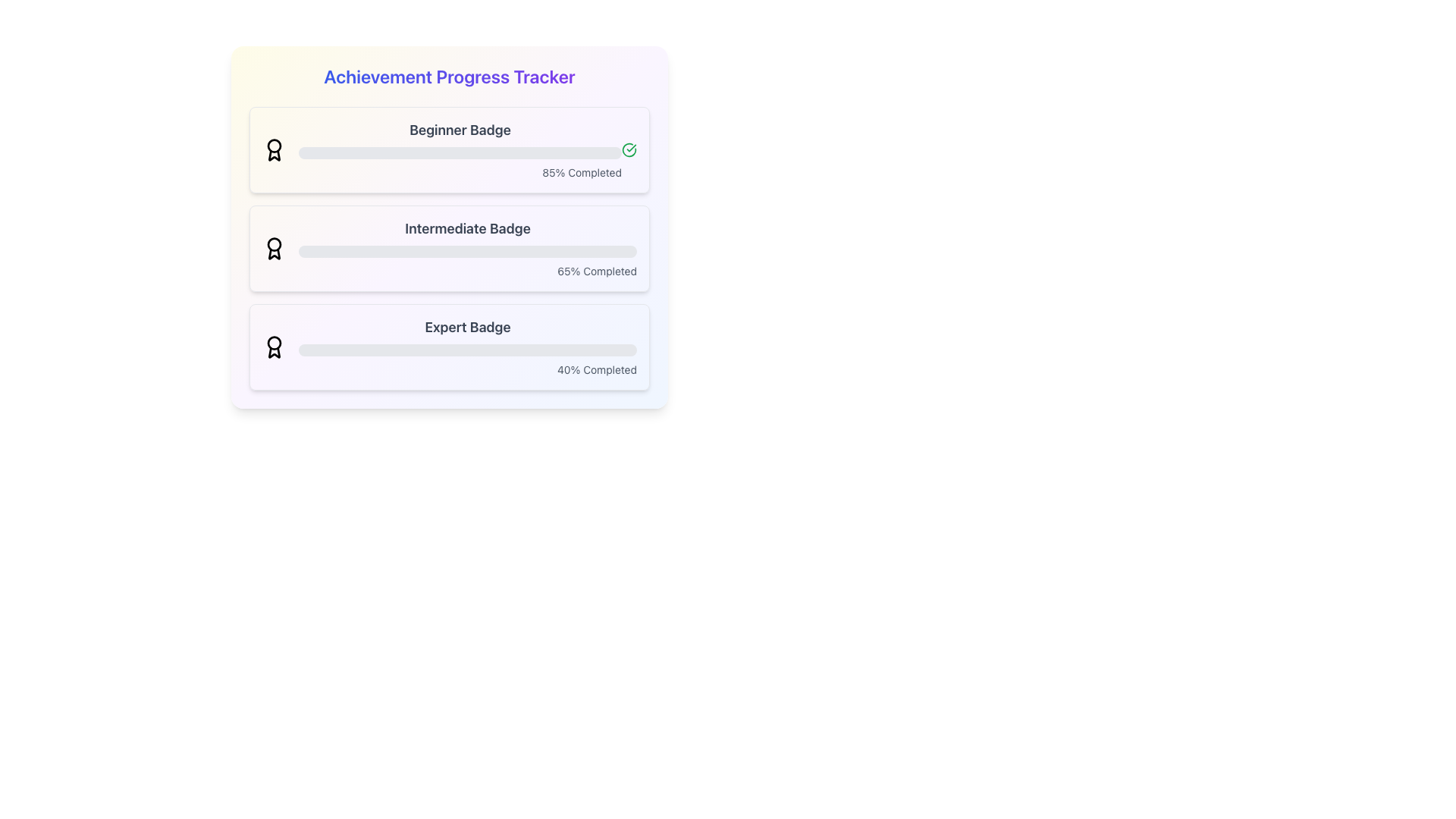 Image resolution: width=1456 pixels, height=819 pixels. I want to click on the 'Beginner Badge' progress bar, which features a light gray background and a blue fill indicating 85% completion, so click(459, 149).